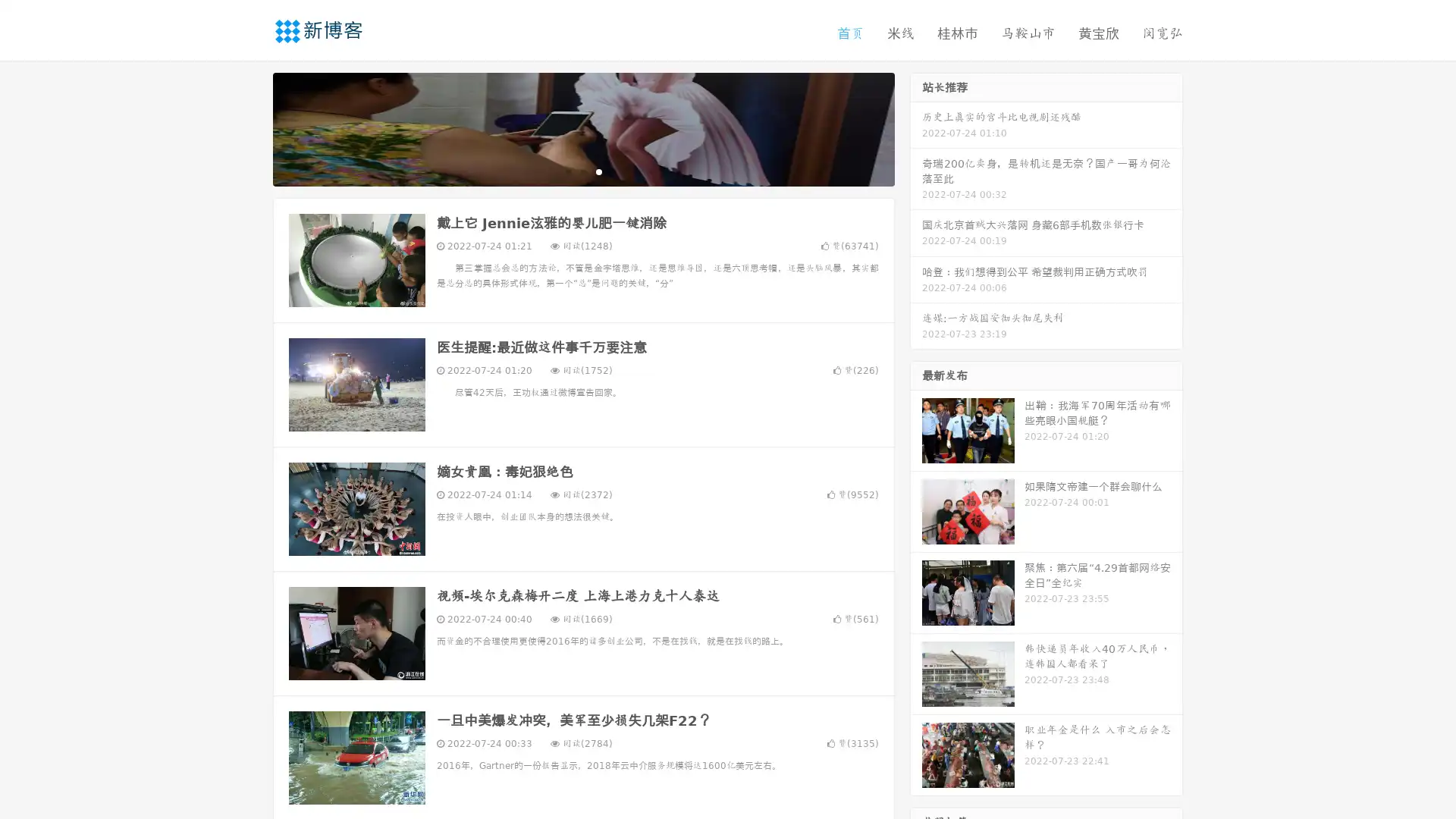 Image resolution: width=1456 pixels, height=819 pixels. Describe the element at coordinates (582, 171) in the screenshot. I see `Go to slide 2` at that location.